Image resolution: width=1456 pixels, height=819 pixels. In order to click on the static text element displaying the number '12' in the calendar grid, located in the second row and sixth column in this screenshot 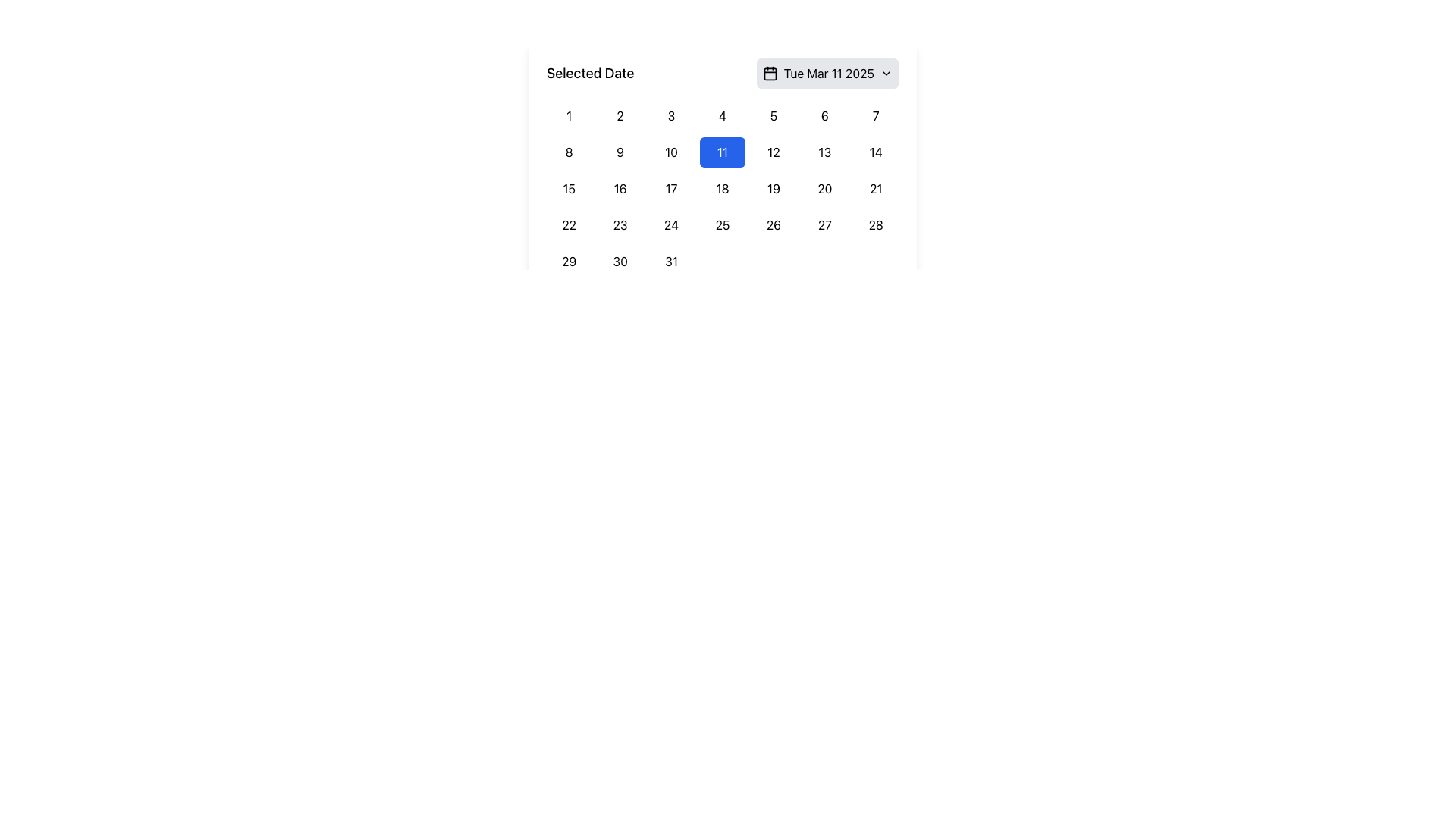, I will do `click(773, 152)`.